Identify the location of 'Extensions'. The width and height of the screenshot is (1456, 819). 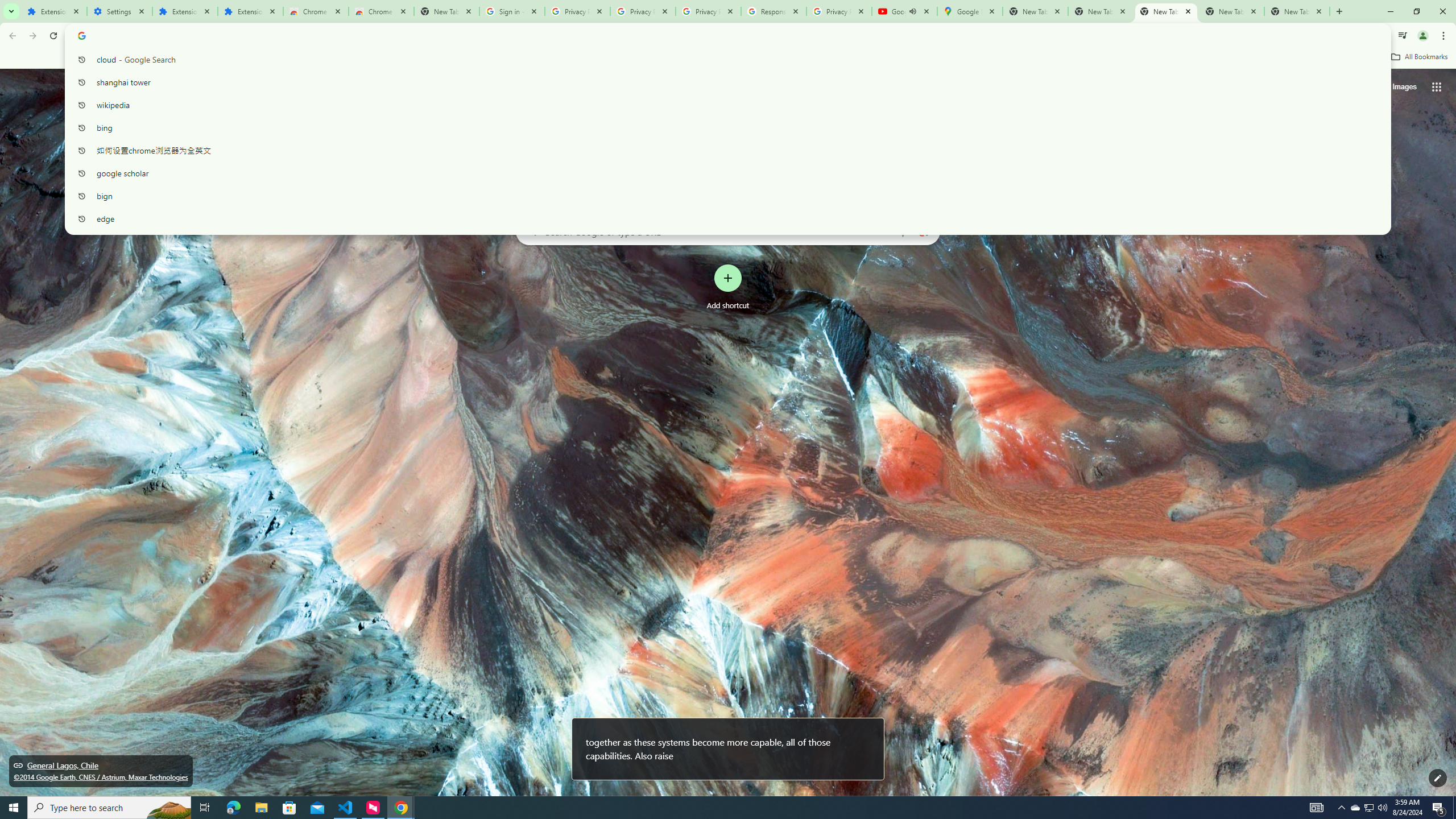
(250, 11).